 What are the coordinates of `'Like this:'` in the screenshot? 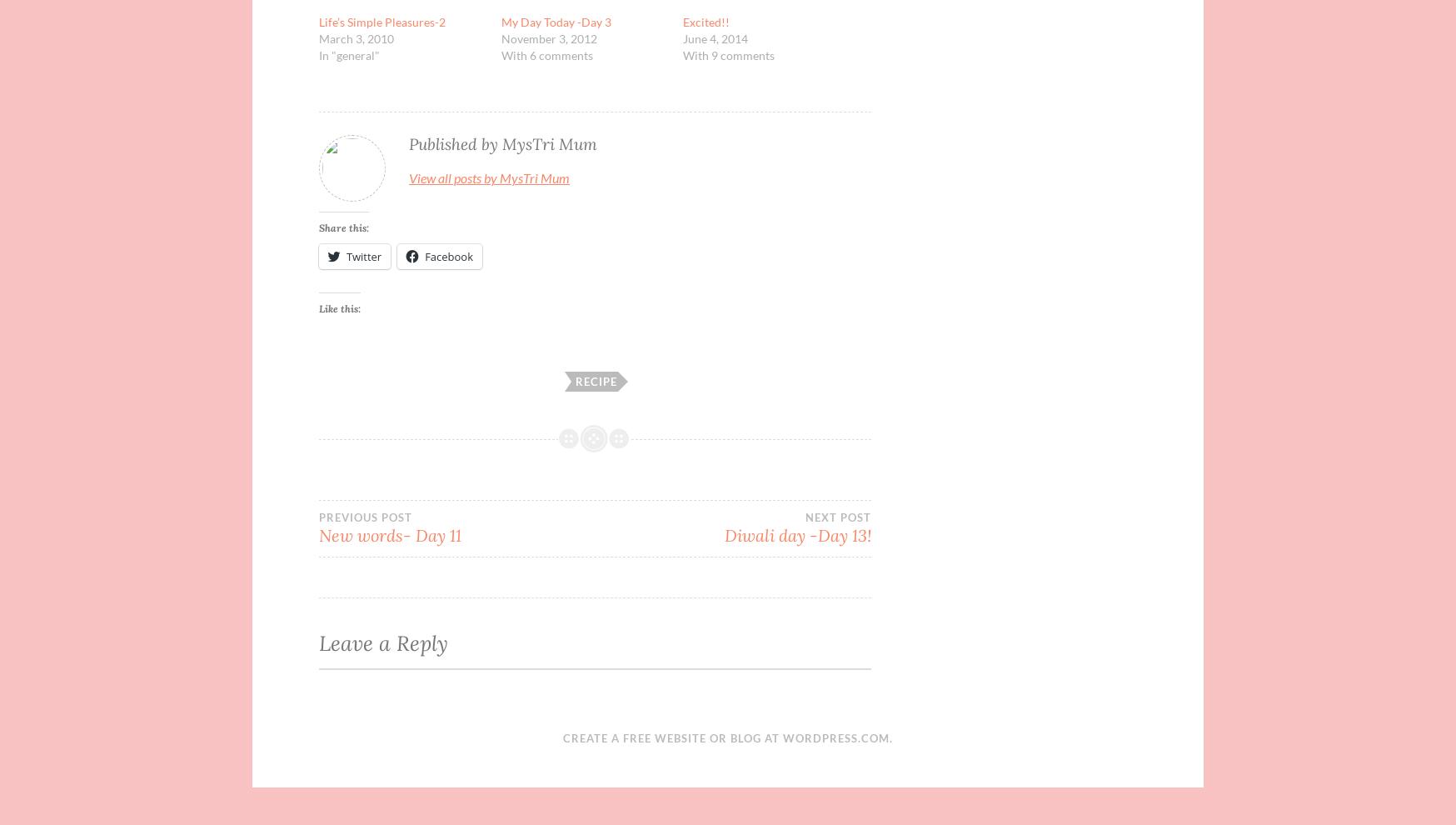 It's located at (339, 308).